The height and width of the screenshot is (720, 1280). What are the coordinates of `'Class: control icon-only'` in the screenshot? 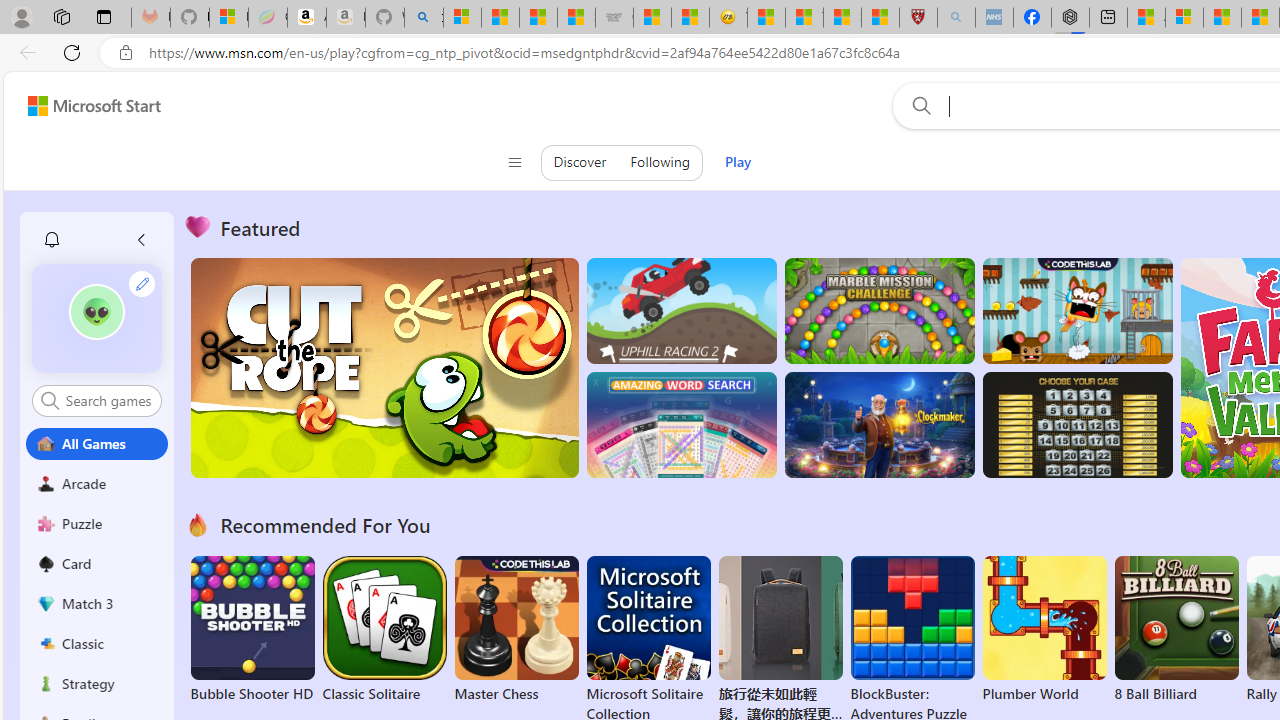 It's located at (514, 162).